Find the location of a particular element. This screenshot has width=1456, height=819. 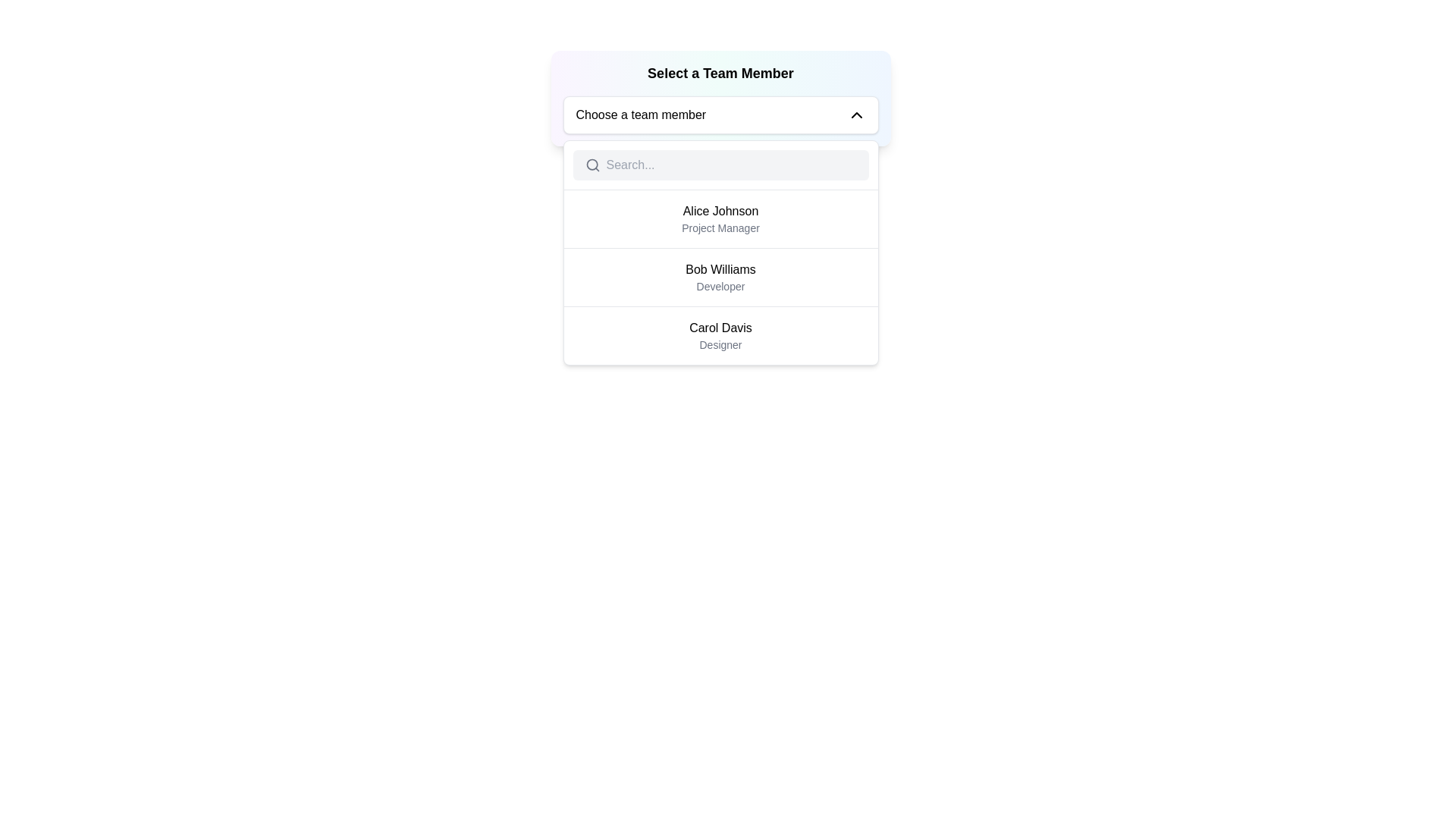

the Clickable List Item representing team member 'Bob Williams' is located at coordinates (720, 278).